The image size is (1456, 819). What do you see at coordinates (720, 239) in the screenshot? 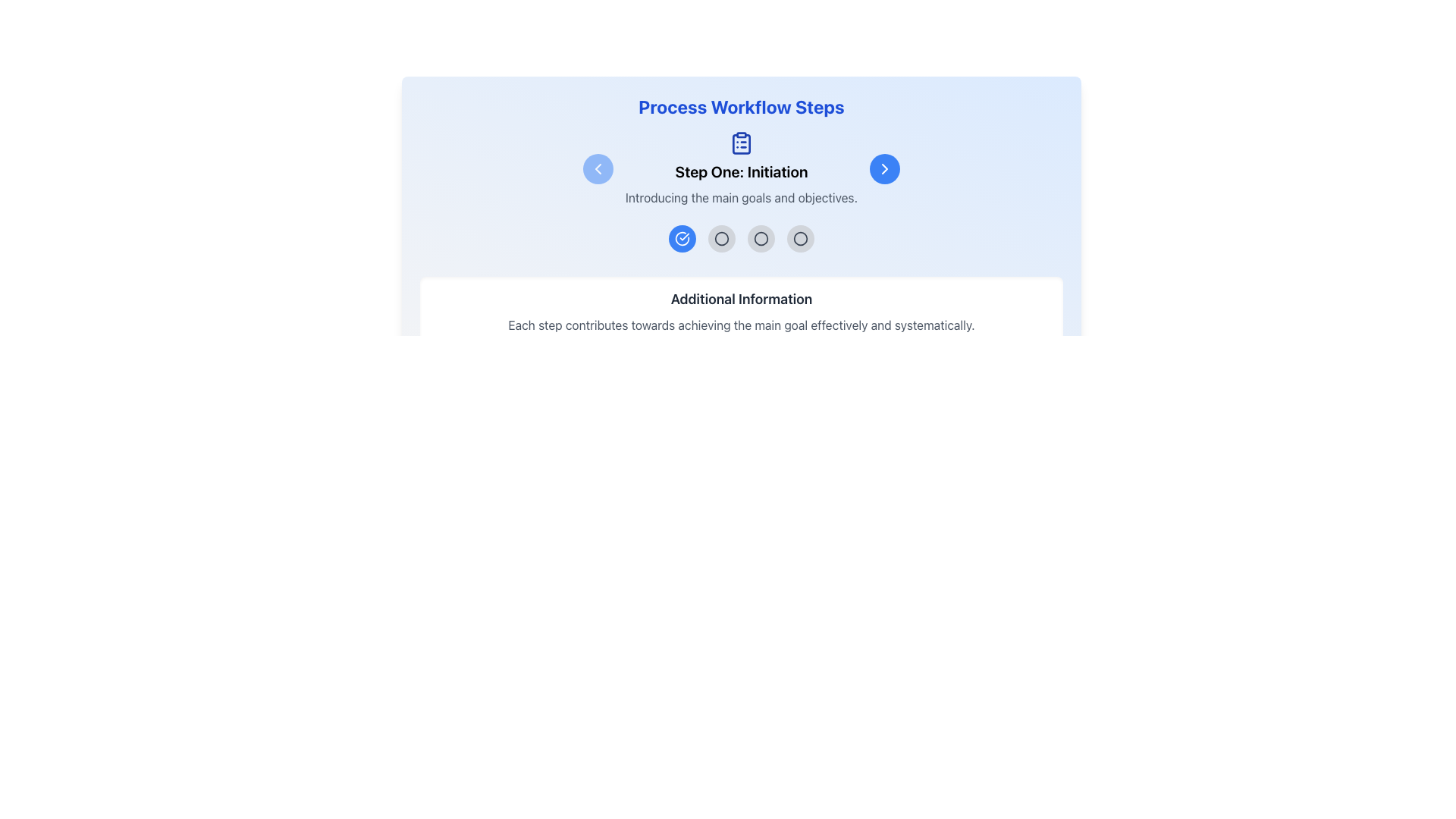
I see `the circular button with a light gray background and darker gray border, the second button from the left in a row of four buttons` at bounding box center [720, 239].